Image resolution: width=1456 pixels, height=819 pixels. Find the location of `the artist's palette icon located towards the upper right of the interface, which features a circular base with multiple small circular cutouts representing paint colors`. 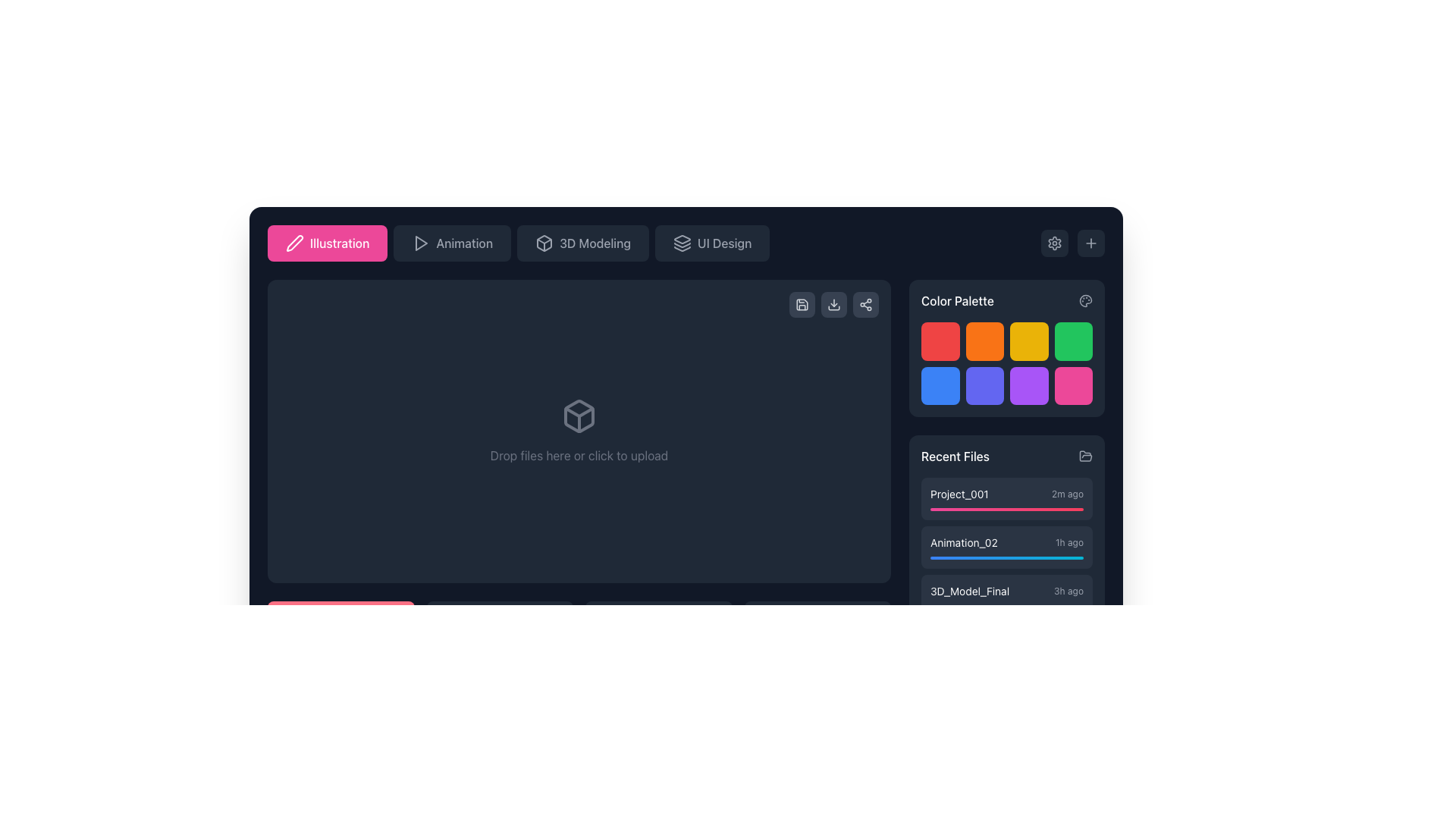

the artist's palette icon located towards the upper right of the interface, which features a circular base with multiple small circular cutouts representing paint colors is located at coordinates (1084, 301).